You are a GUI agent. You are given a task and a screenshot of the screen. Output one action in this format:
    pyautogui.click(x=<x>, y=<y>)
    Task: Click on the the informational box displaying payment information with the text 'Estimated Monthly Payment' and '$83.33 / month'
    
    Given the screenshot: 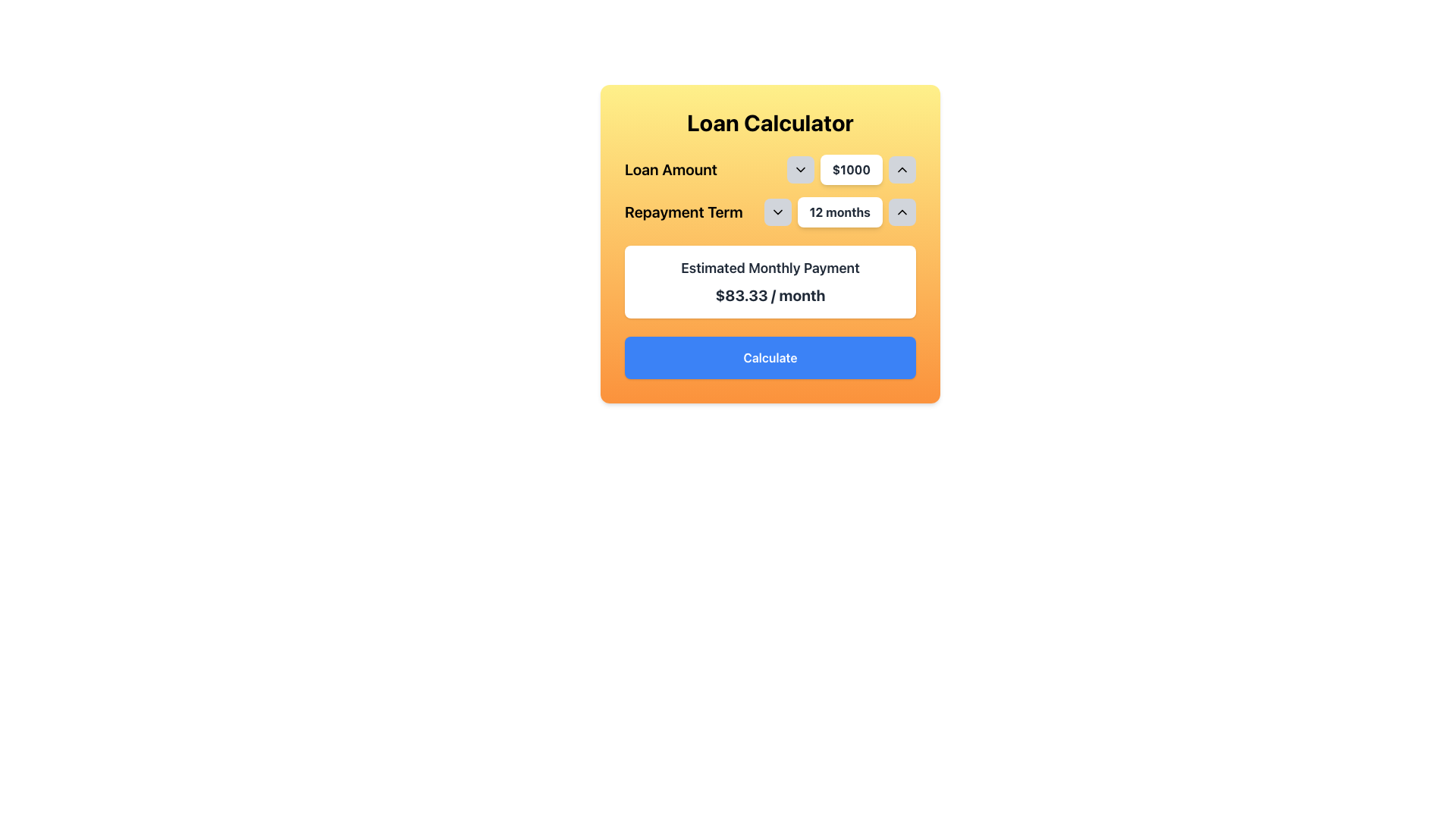 What is the action you would take?
    pyautogui.click(x=770, y=281)
    